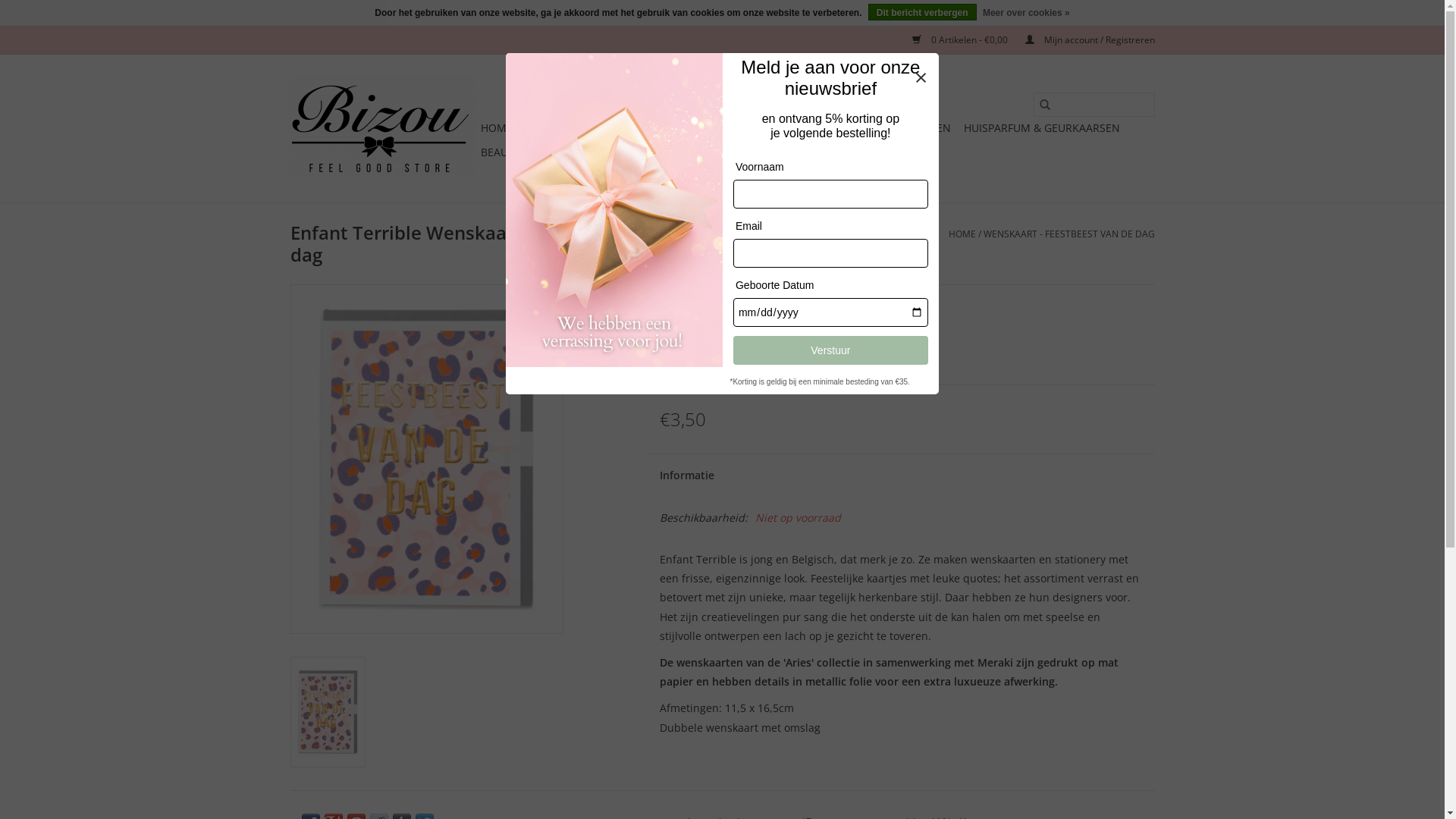 The image size is (1456, 819). What do you see at coordinates (868, 11) in the screenshot?
I see `'Dit bericht verbergen'` at bounding box center [868, 11].